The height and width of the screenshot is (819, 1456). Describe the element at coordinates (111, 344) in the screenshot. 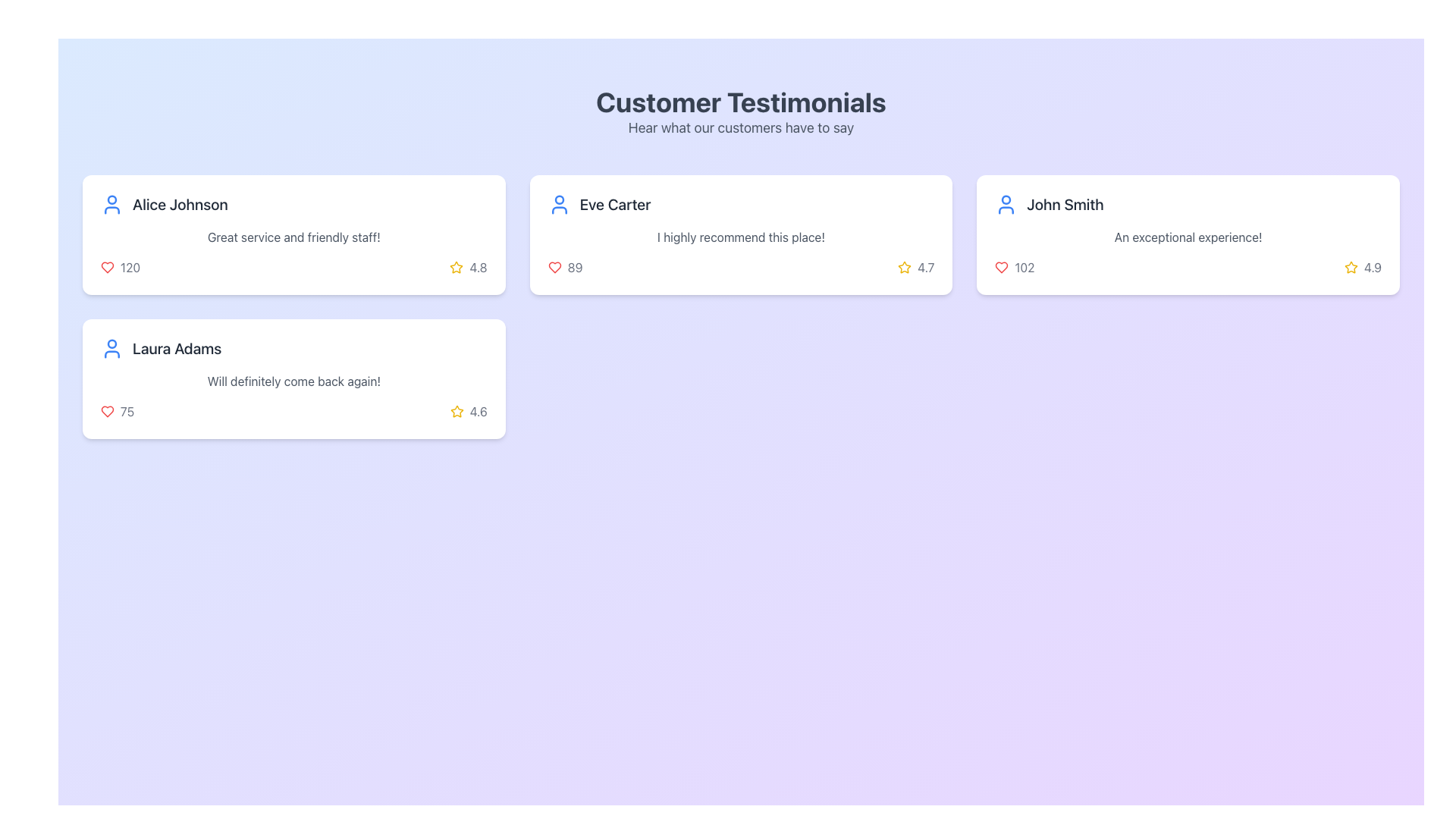

I see `the small blue circle within the SVG user profile icon, which is positioned to the left of the name 'Laura Adams' in the testimonial card layout` at that location.